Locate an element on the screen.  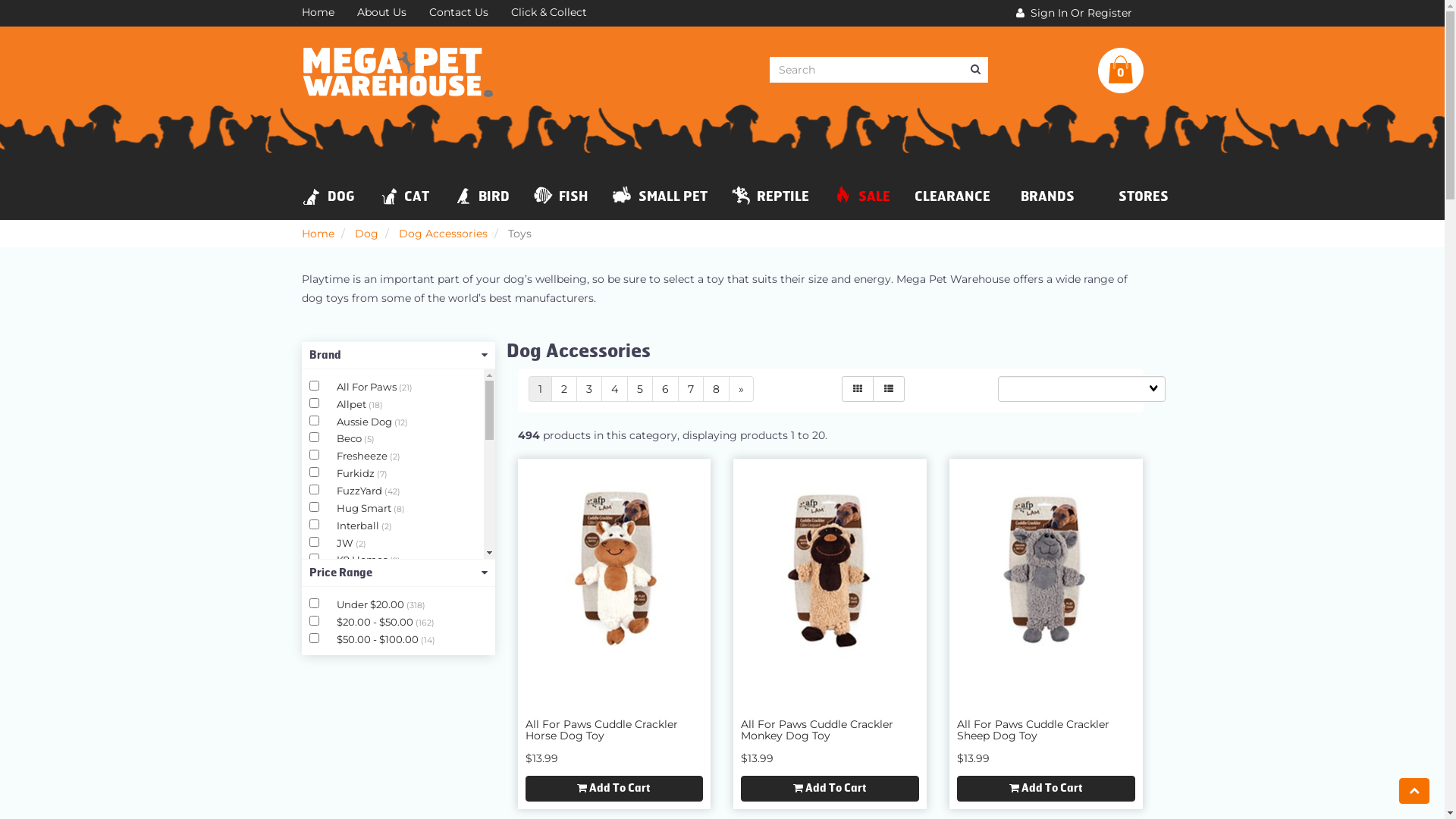
'SMALL PET' is located at coordinates (658, 196).